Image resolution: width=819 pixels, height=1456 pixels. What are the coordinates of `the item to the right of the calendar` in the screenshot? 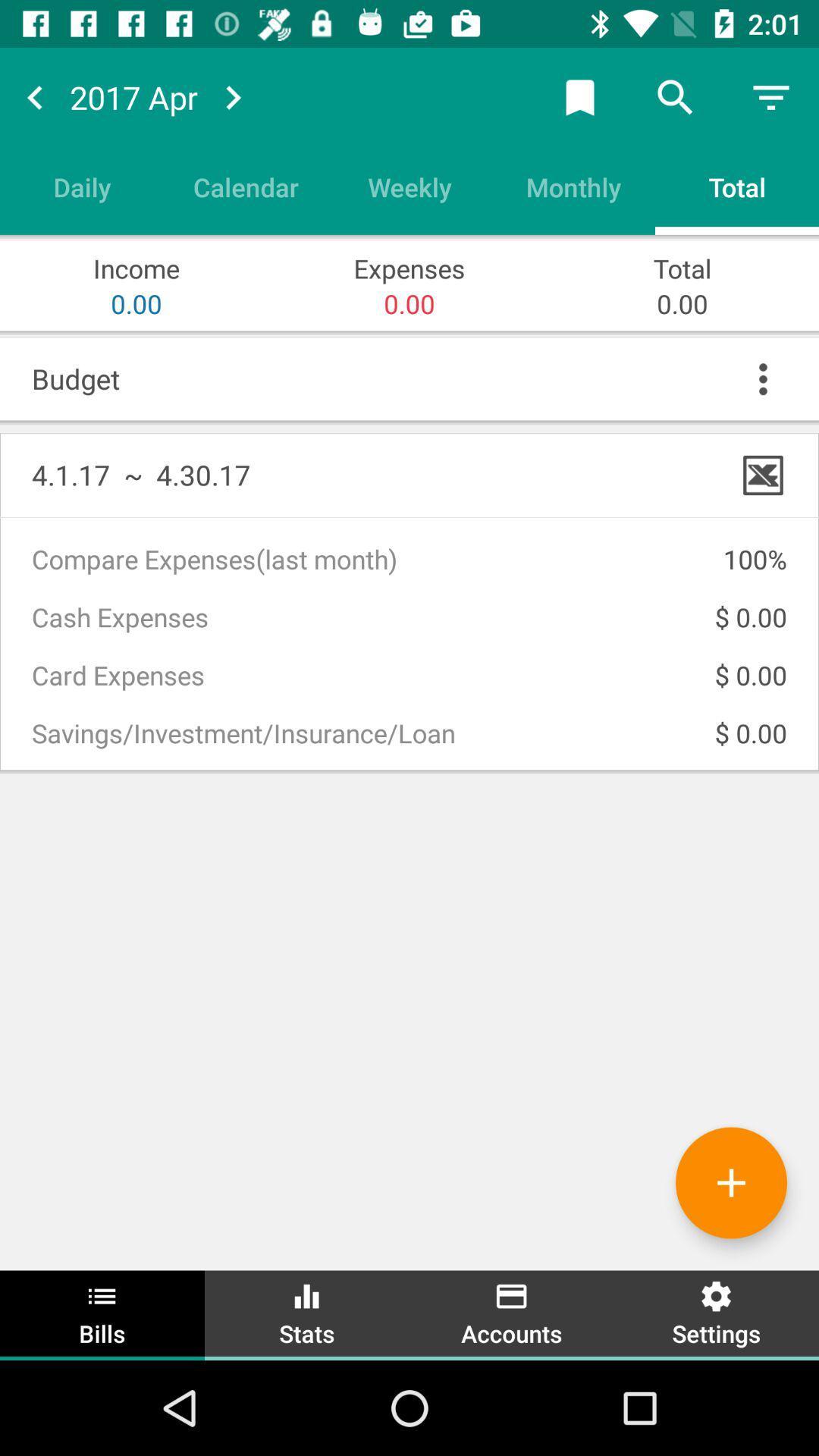 It's located at (409, 186).